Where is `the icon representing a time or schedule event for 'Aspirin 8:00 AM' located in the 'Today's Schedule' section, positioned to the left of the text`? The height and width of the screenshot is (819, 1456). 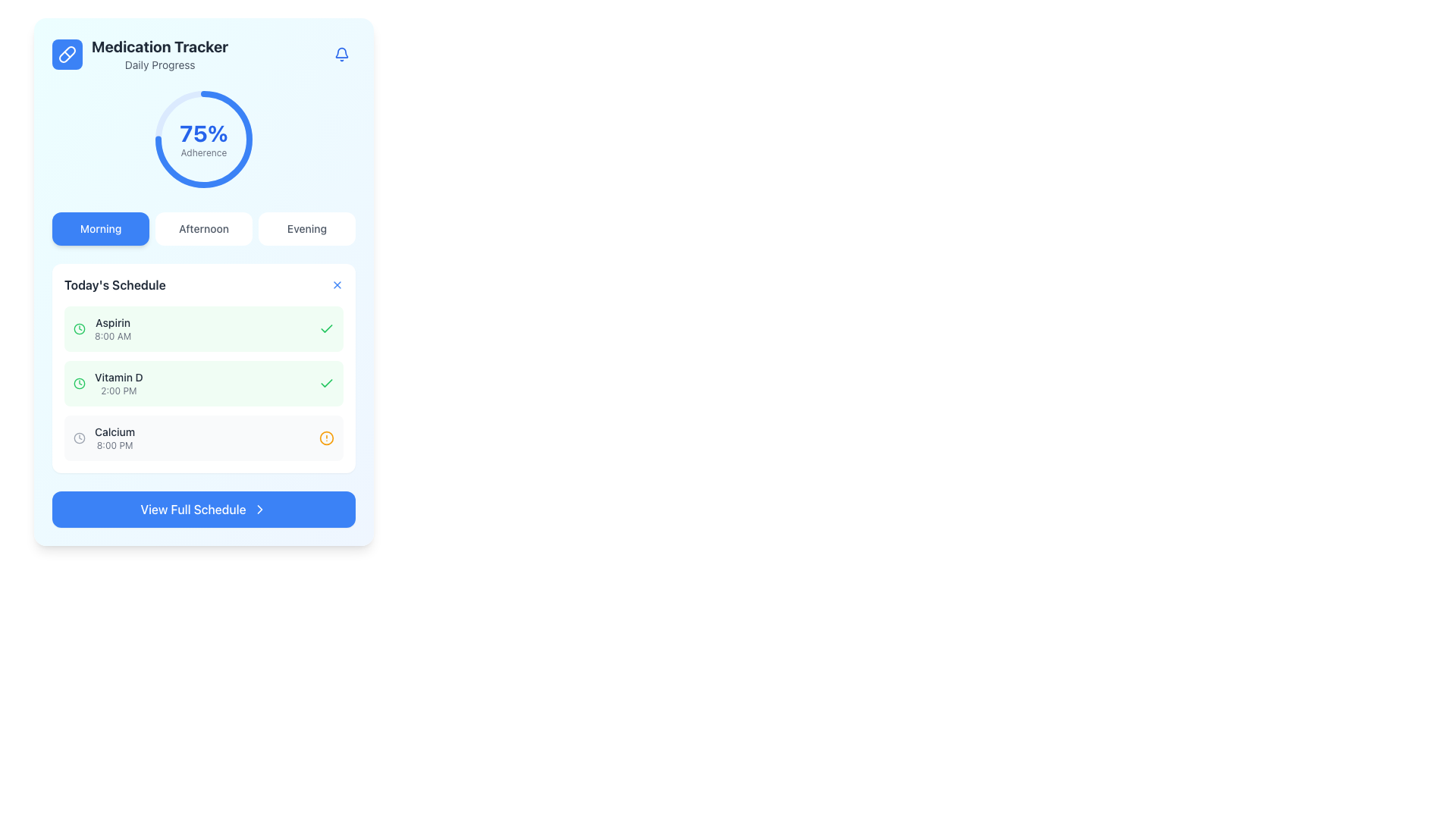
the icon representing a time or schedule event for 'Aspirin 8:00 AM' located in the 'Today's Schedule' section, positioned to the left of the text is located at coordinates (79, 328).